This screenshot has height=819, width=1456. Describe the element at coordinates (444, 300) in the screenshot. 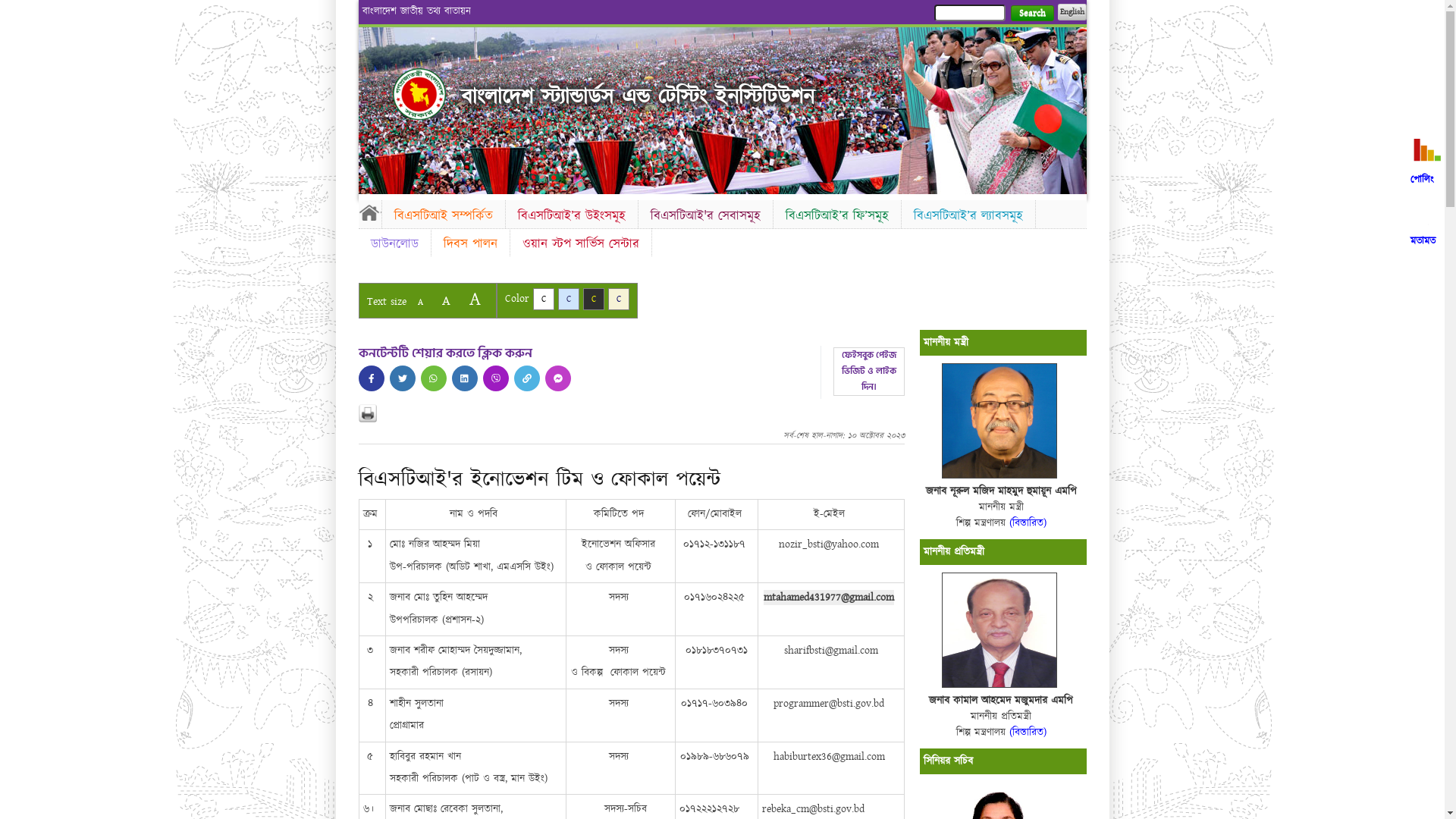

I see `'A'` at that location.